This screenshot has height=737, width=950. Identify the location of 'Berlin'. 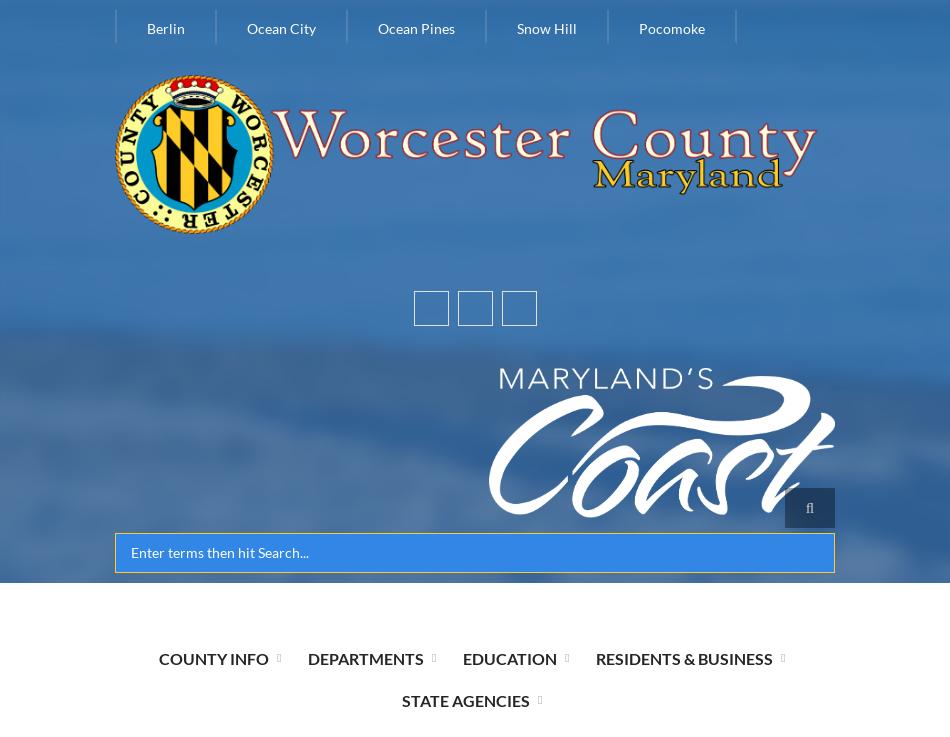
(165, 27).